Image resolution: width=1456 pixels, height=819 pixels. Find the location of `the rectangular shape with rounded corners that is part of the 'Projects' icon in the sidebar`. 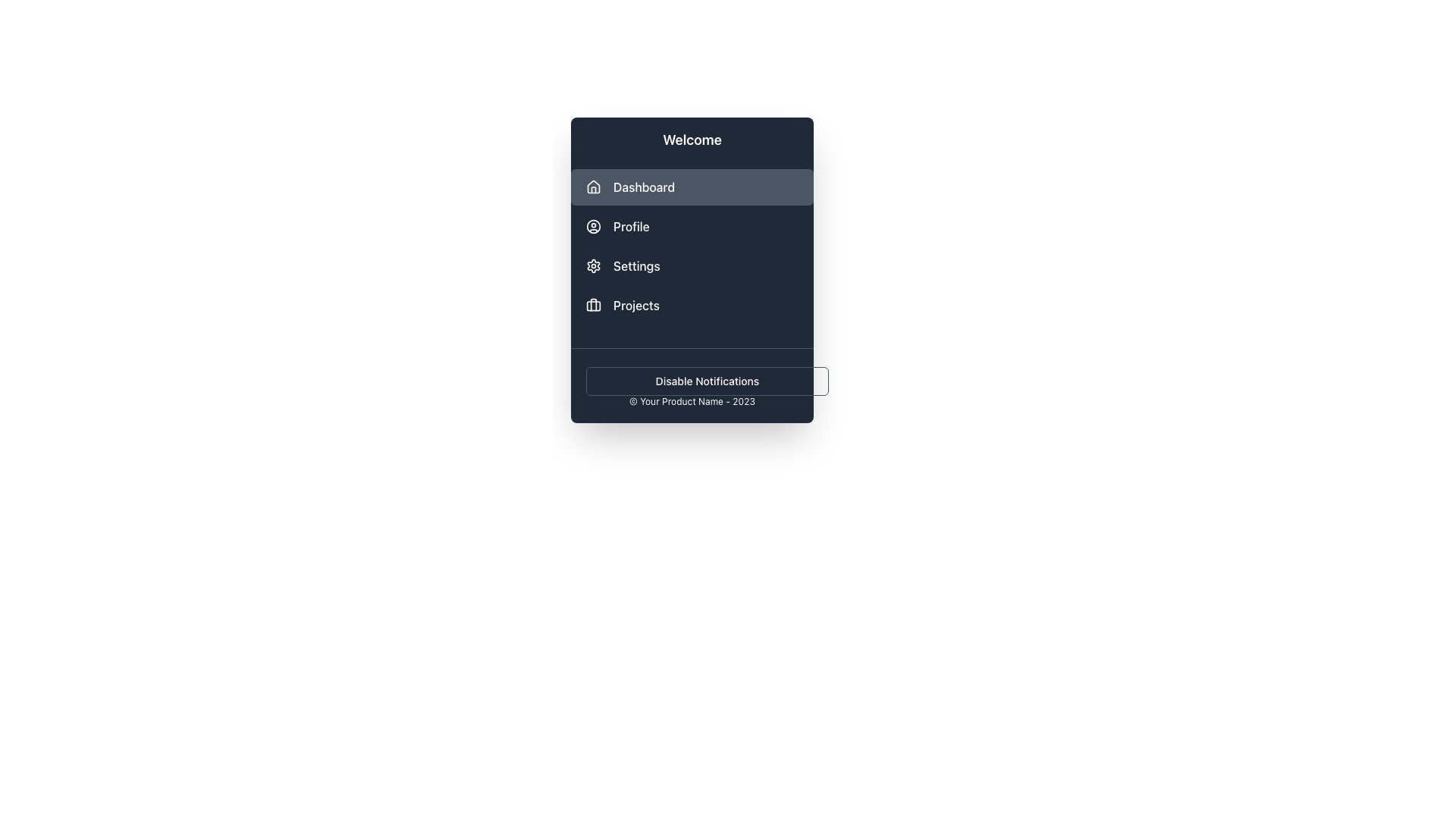

the rectangular shape with rounded corners that is part of the 'Projects' icon in the sidebar is located at coordinates (592, 305).